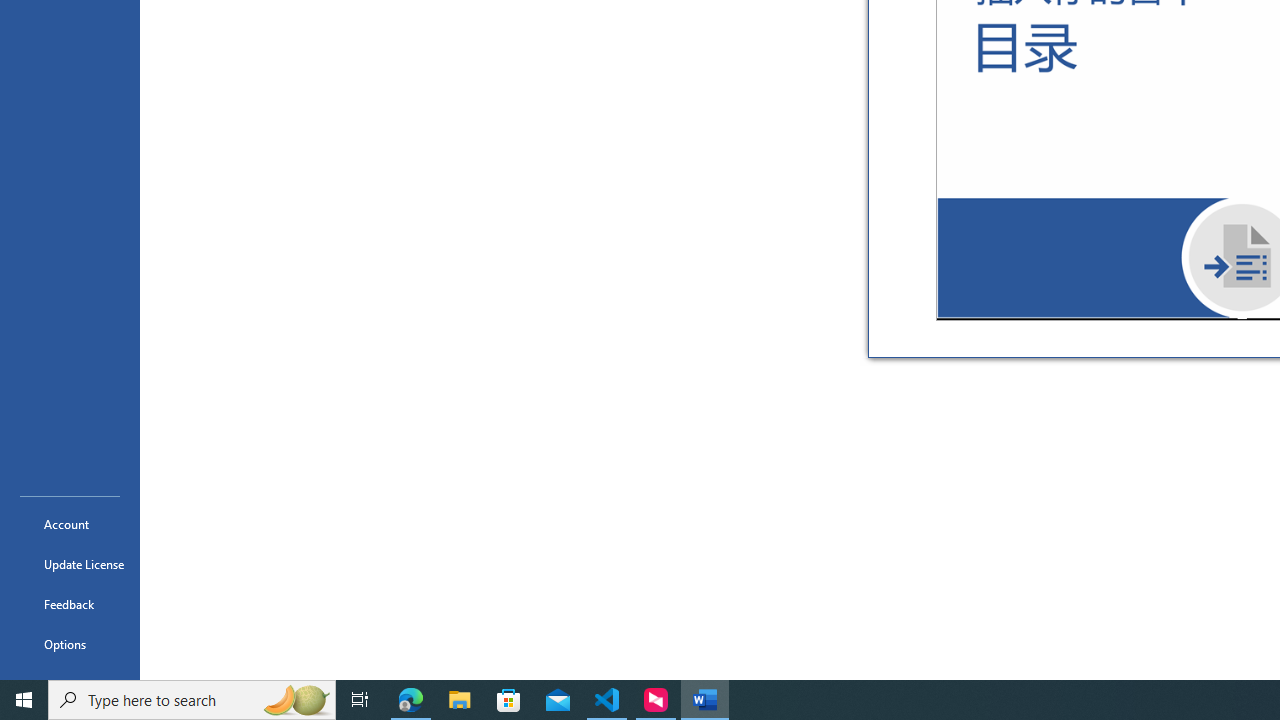 This screenshot has height=720, width=1280. Describe the element at coordinates (69, 523) in the screenshot. I see `'Account'` at that location.